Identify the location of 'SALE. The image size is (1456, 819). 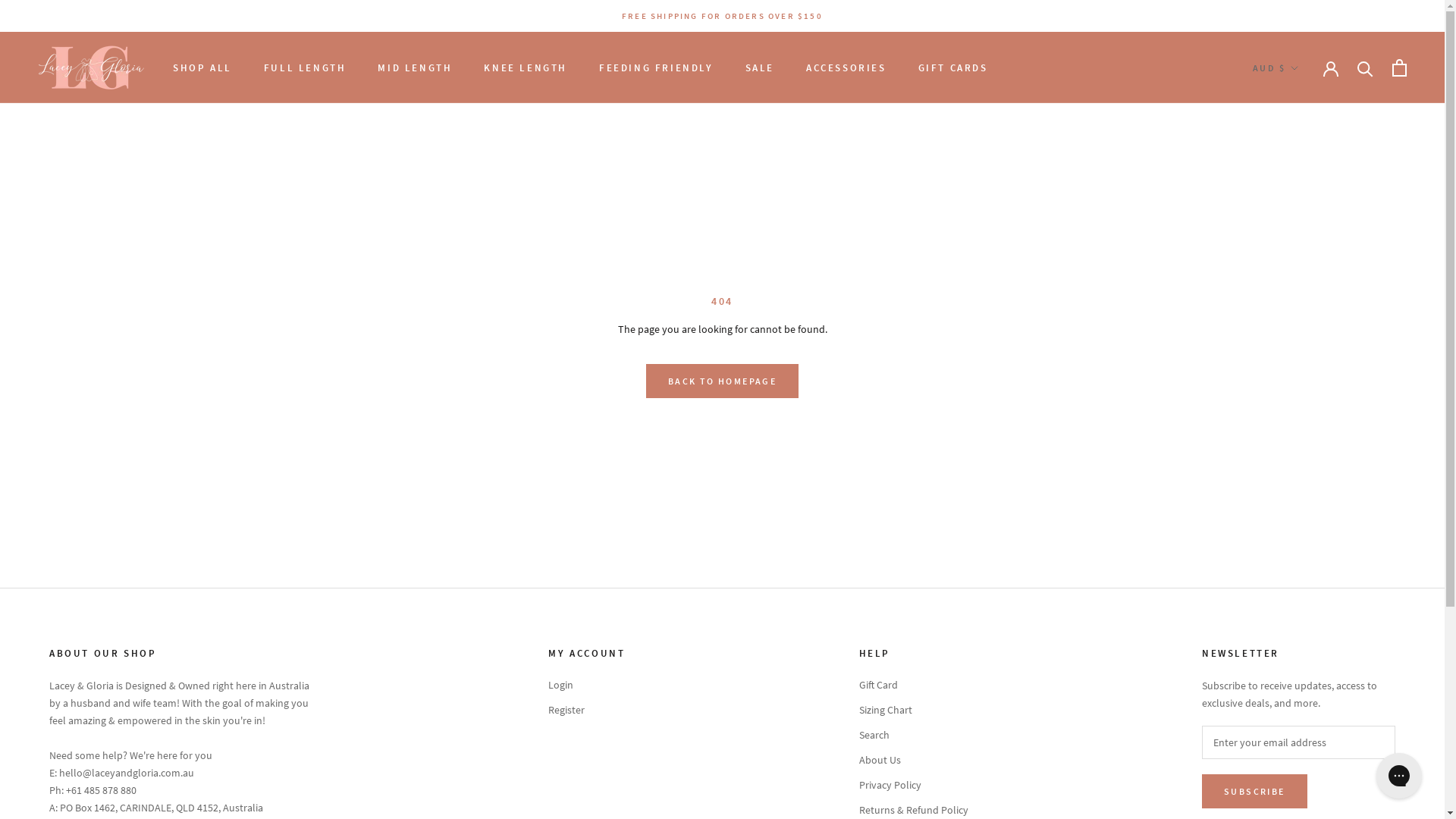
(760, 67).